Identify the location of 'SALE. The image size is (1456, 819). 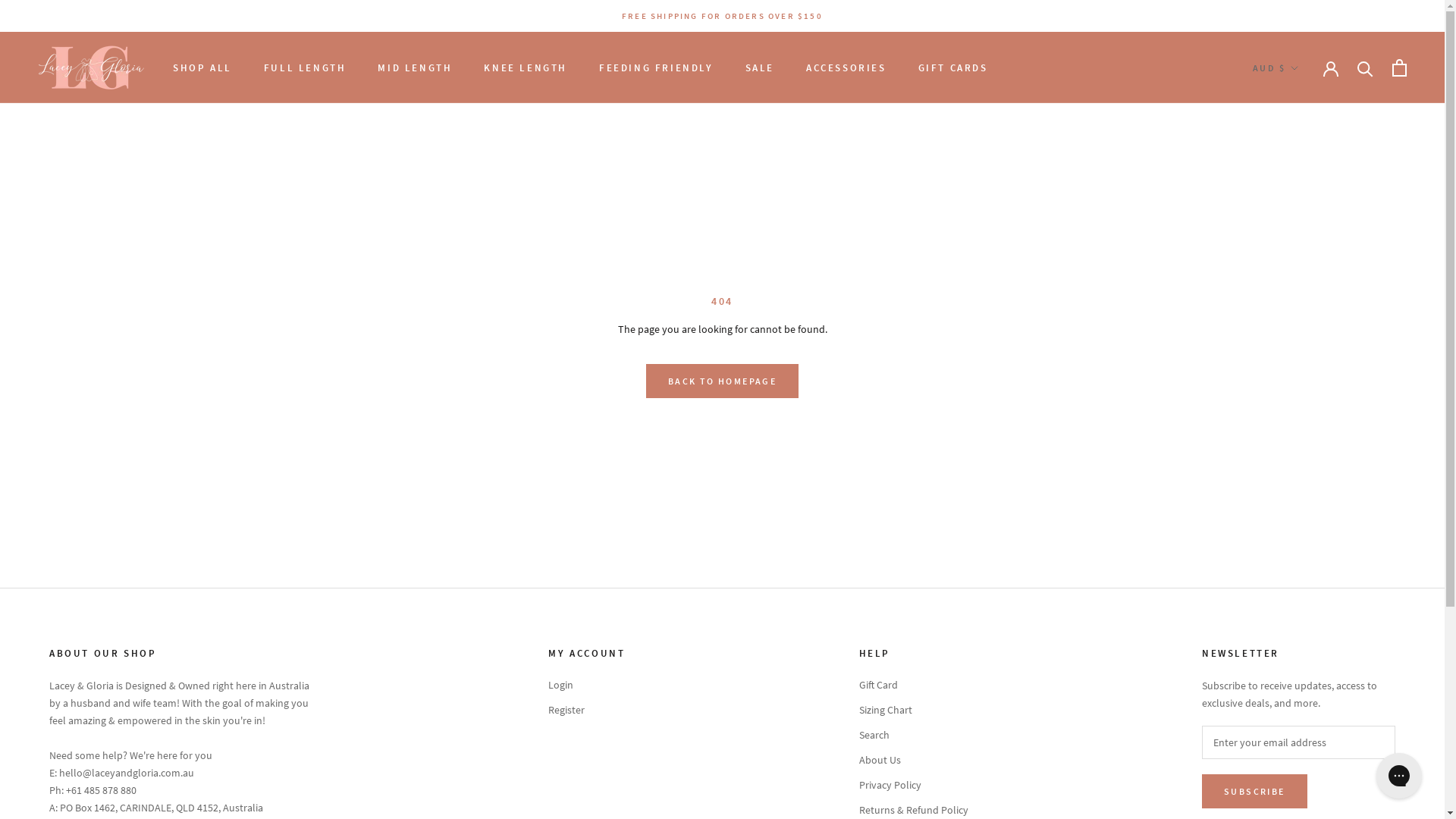
(760, 67).